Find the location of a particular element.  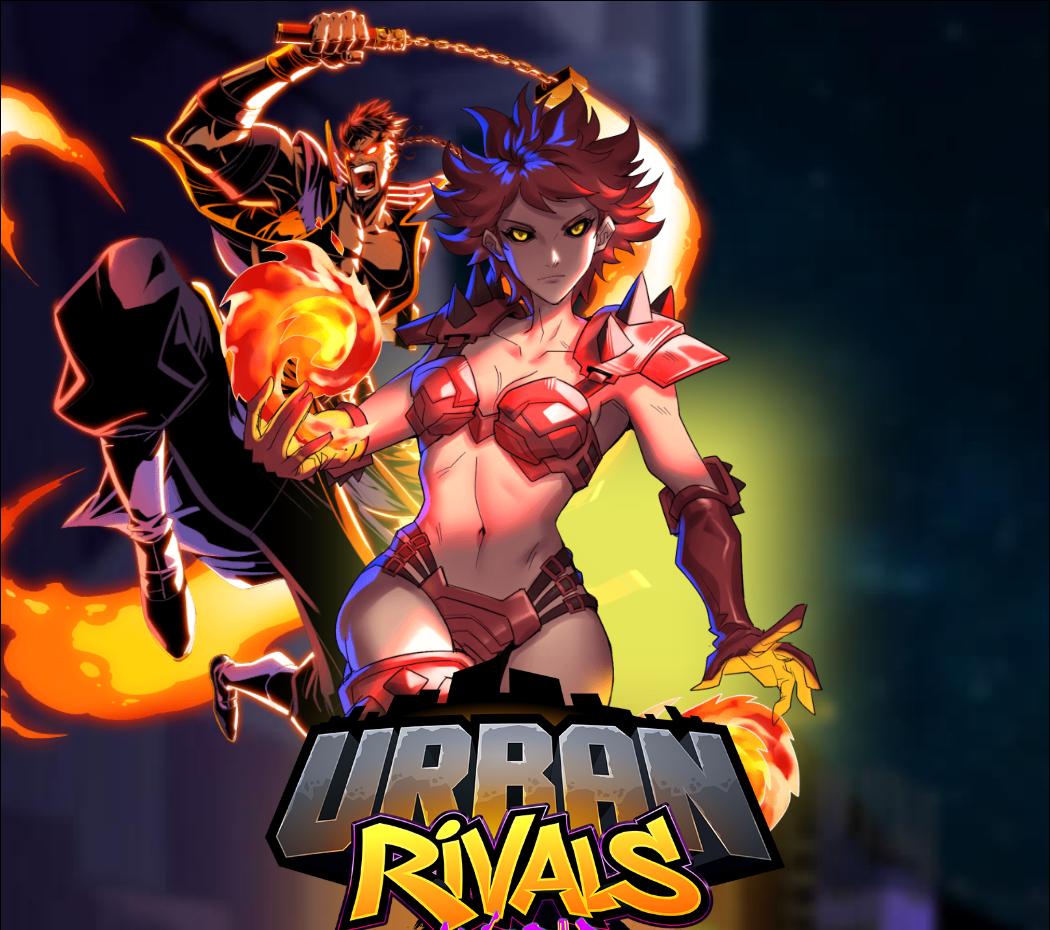

'The cursed DOMINION toys, the students of the SKEELZ academy, the goths from the NIGHTMARE manor, the phantom GHOSTOWN cowboys and the OBLIVION shape-shifters all have supernatural powers!' is located at coordinates (580, 639).